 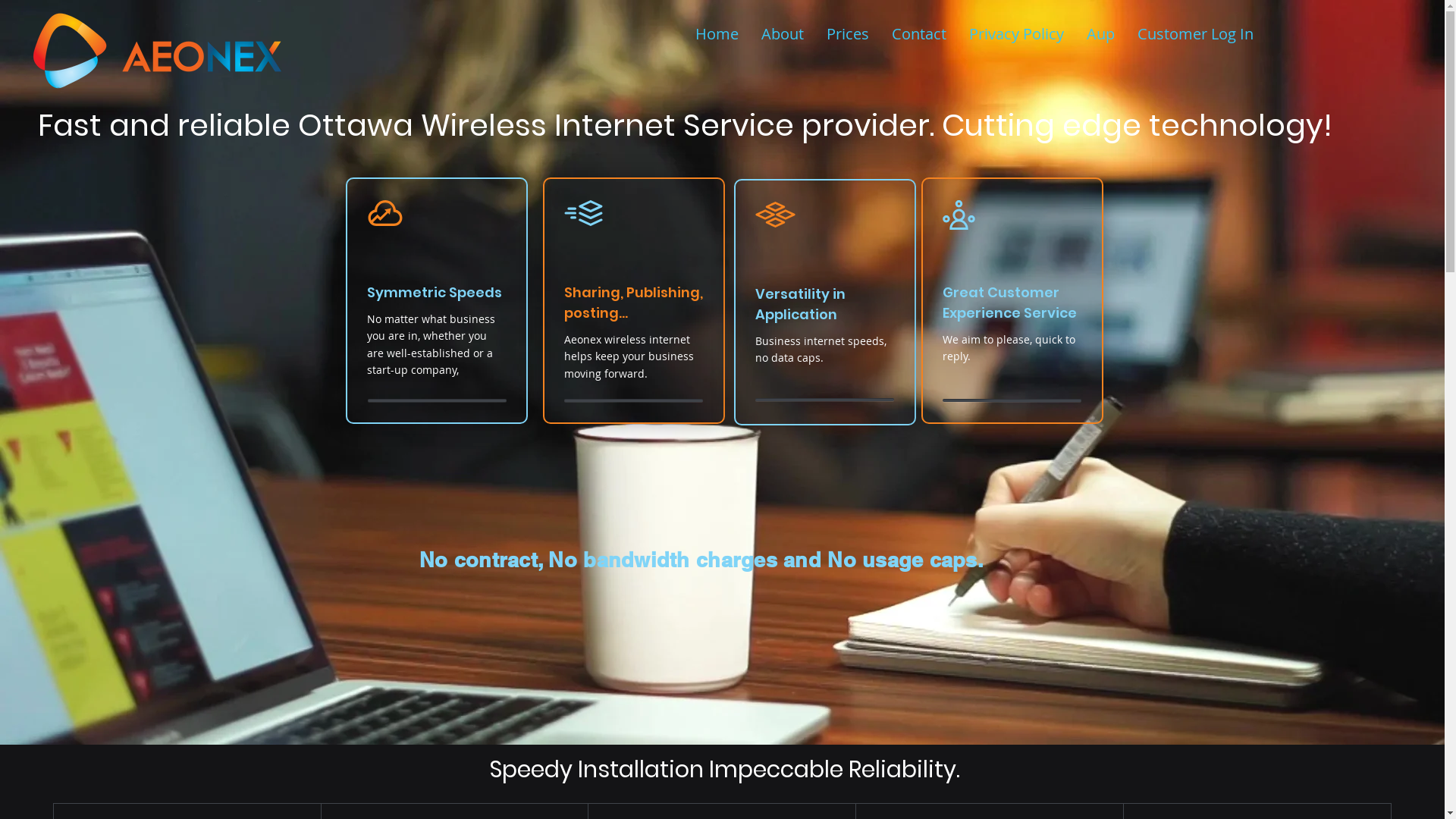 What do you see at coordinates (14, 48) in the screenshot?
I see `'aeonex2.png'` at bounding box center [14, 48].